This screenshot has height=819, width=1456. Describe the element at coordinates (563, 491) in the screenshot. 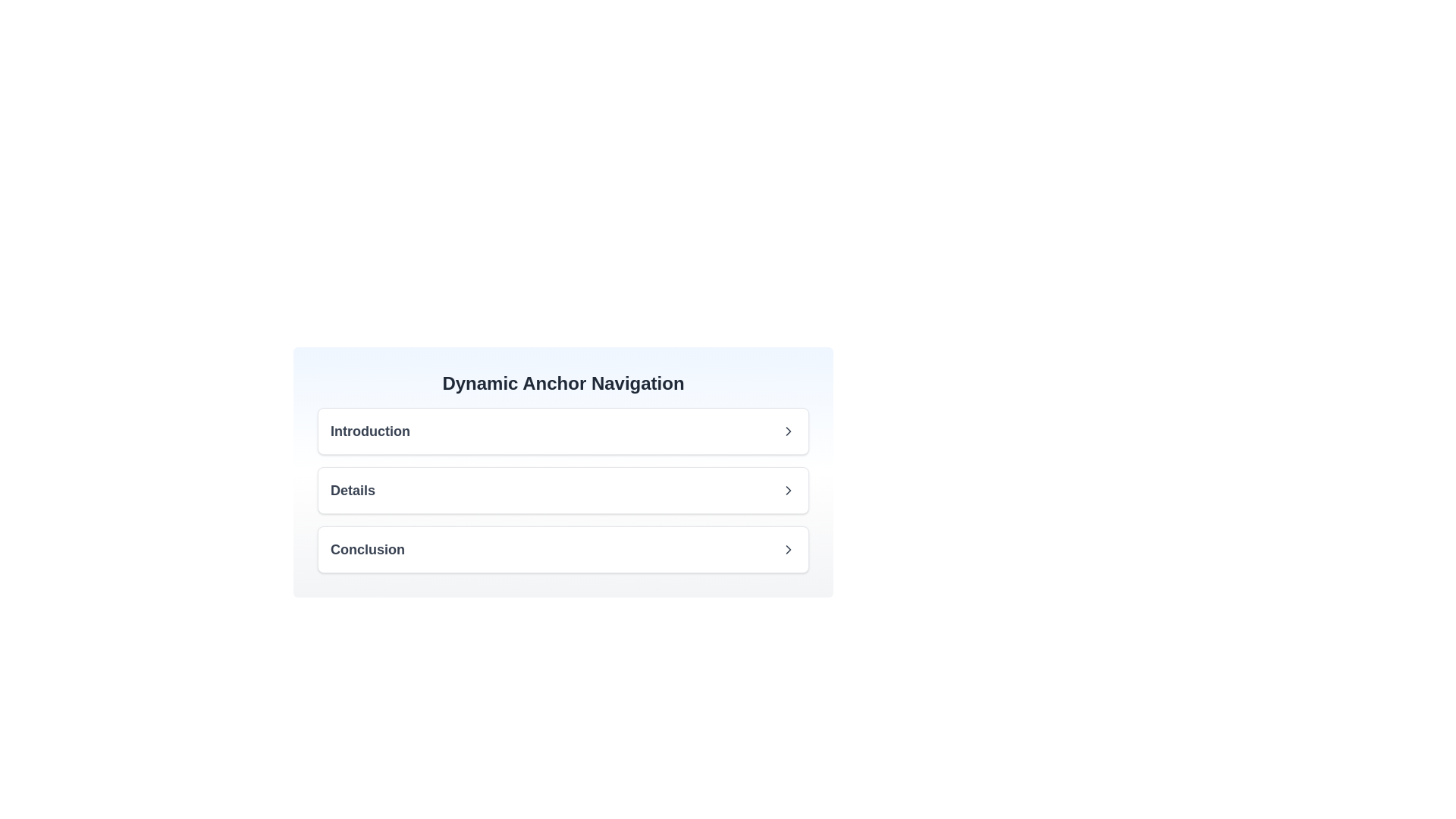

I see `the navigational link or button labeled 'Details' located in the middle section of the 'Dynamic Anchor Navigation', between 'Introduction' and 'Conclusion'` at that location.